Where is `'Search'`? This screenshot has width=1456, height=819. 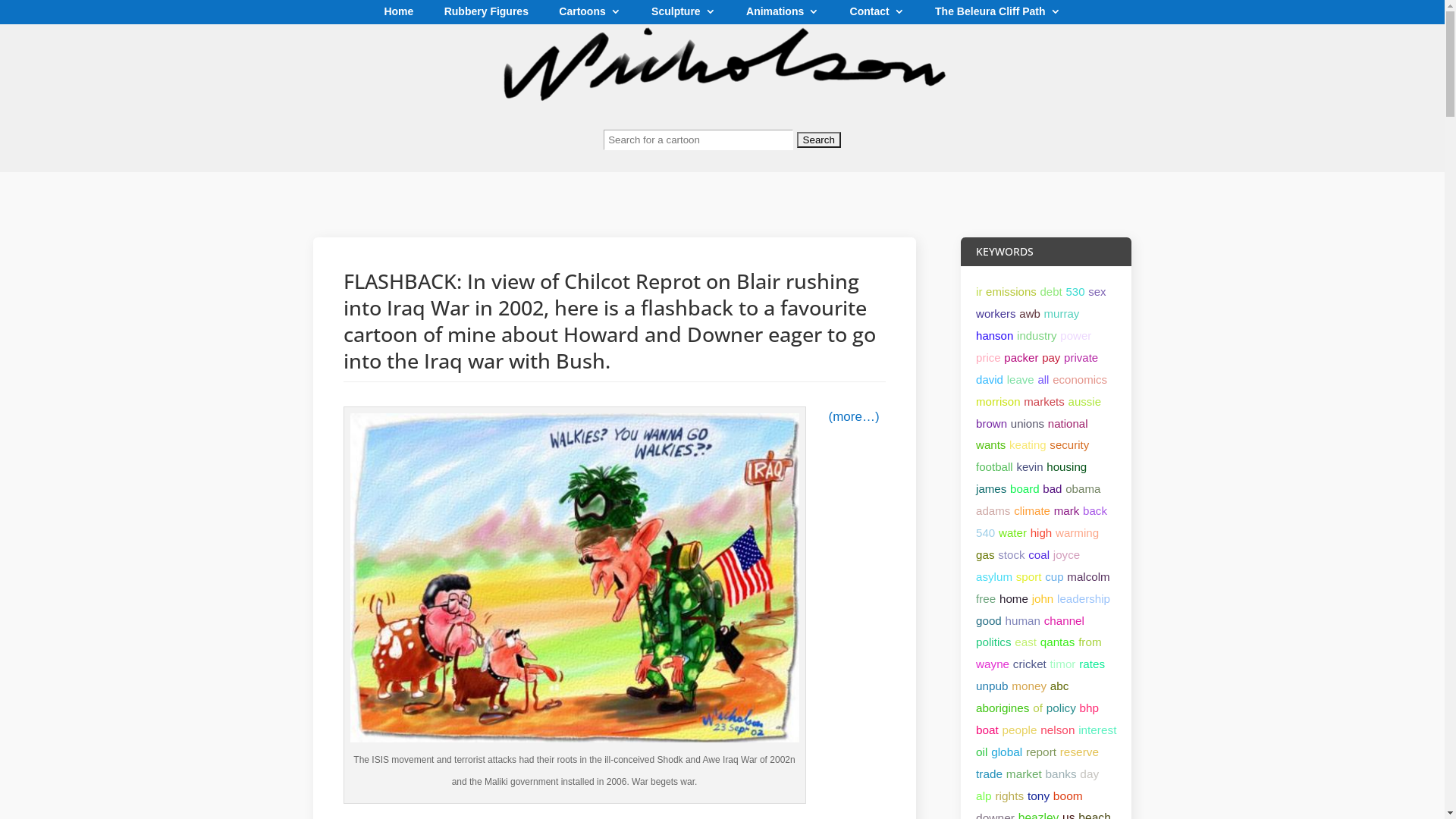 'Search' is located at coordinates (818, 140).